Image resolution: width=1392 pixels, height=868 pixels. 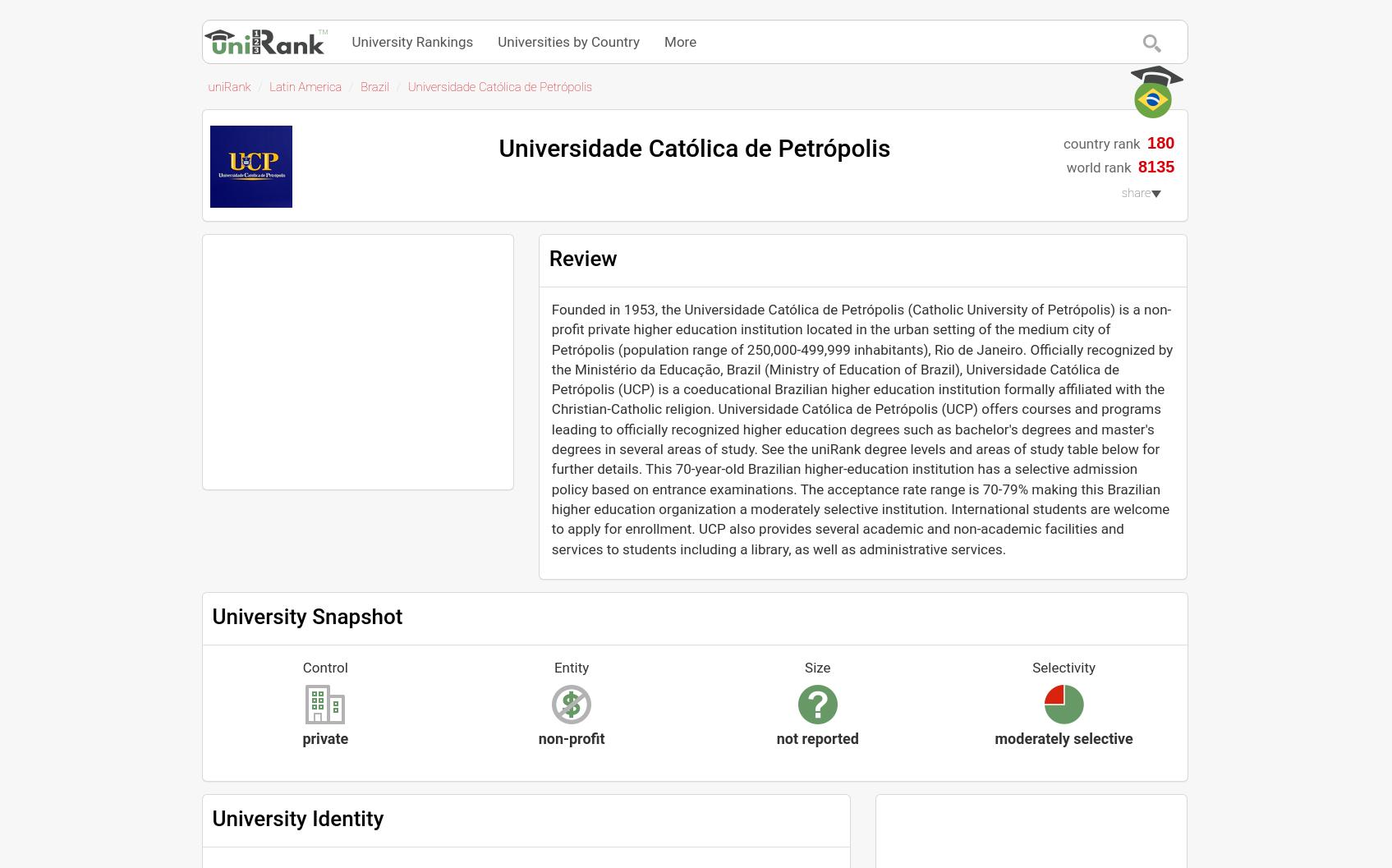 I want to click on 'University Snapshot', so click(x=210, y=615).